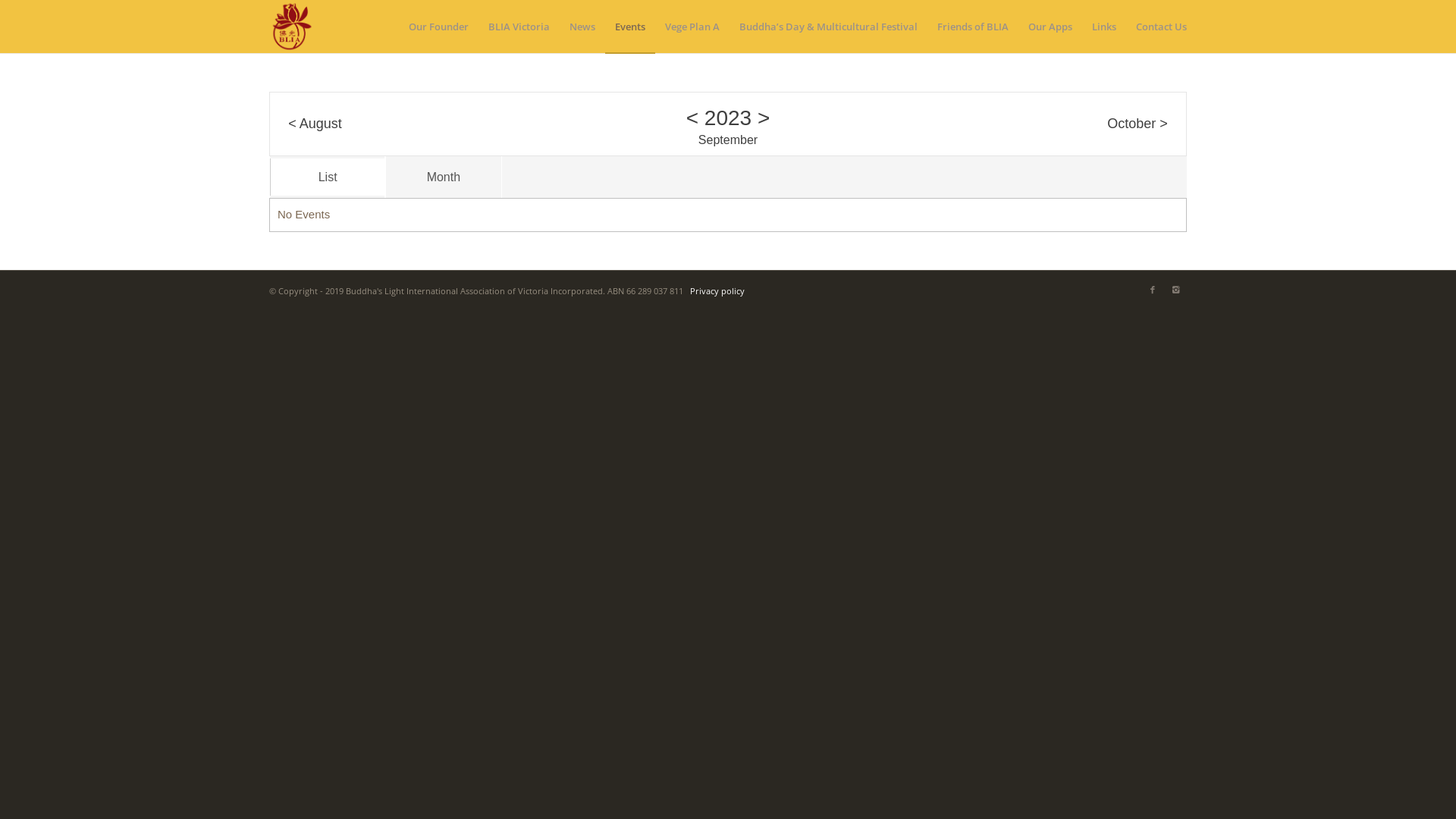 Image resolution: width=1456 pixels, height=819 pixels. Describe the element at coordinates (559, 26) in the screenshot. I see `'News'` at that location.